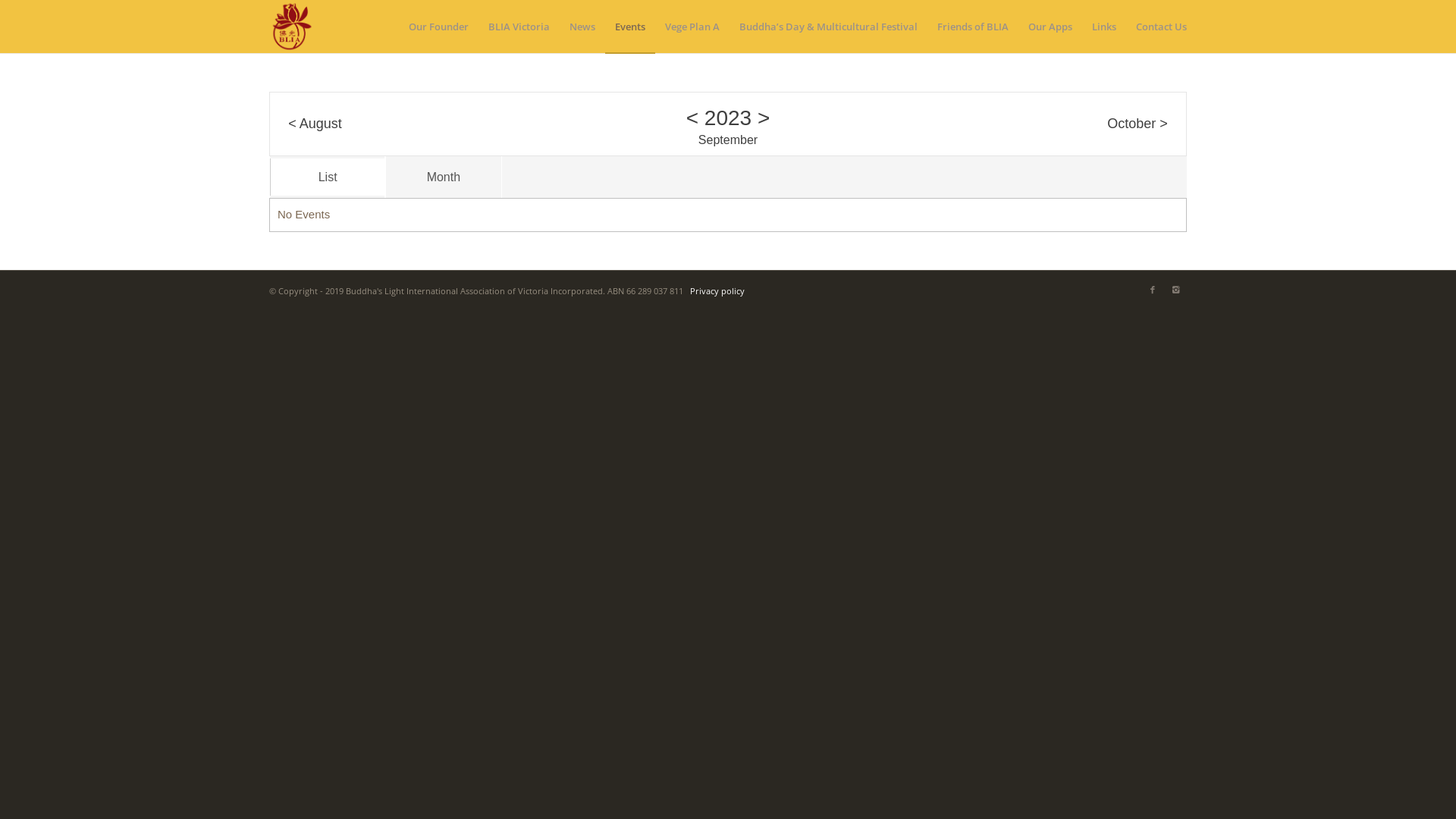 Image resolution: width=1456 pixels, height=819 pixels. Describe the element at coordinates (559, 26) in the screenshot. I see `'News'` at that location.